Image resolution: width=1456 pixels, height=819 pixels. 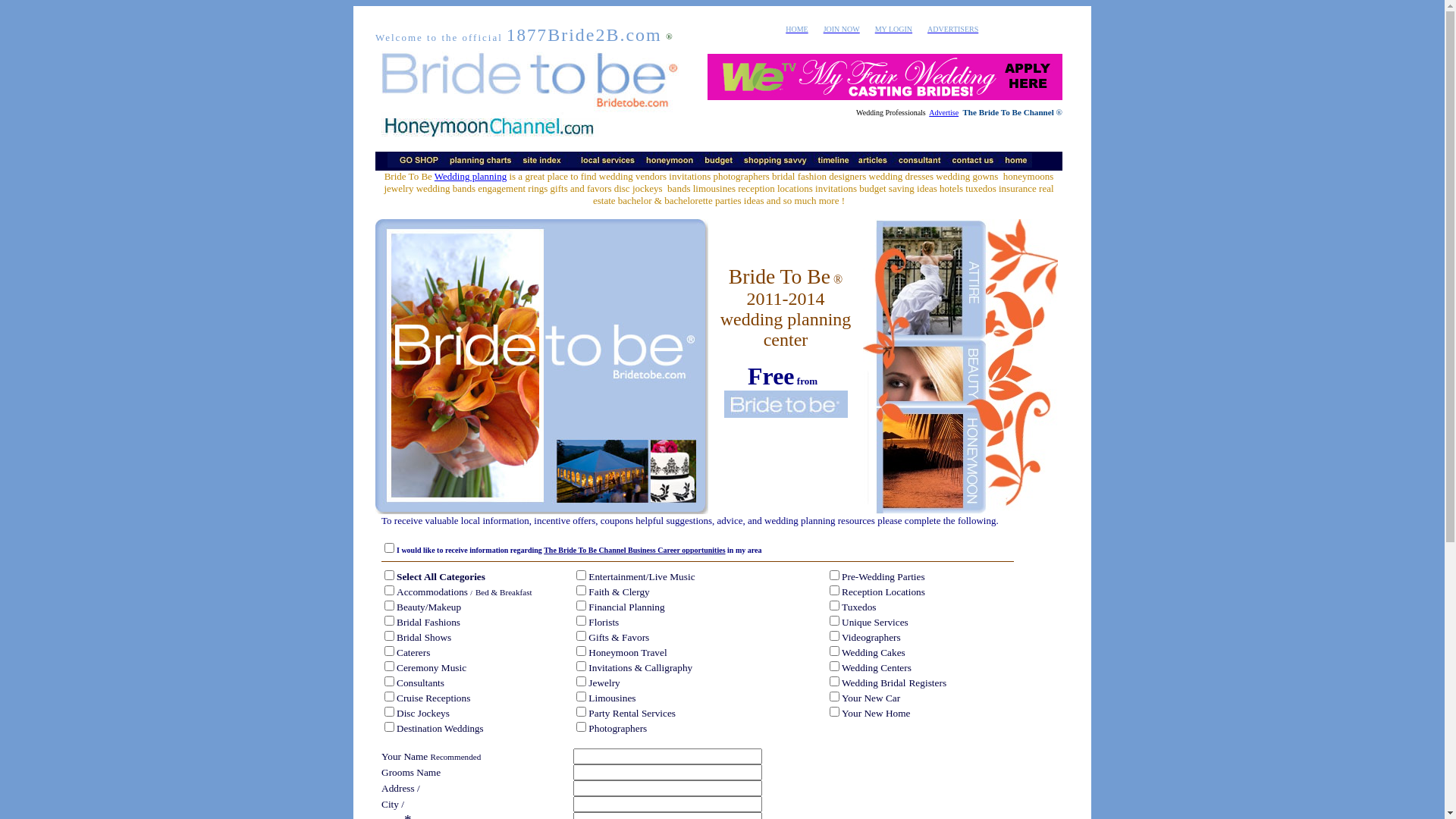 What do you see at coordinates (900, 27) in the screenshot?
I see `'LOGIN'` at bounding box center [900, 27].